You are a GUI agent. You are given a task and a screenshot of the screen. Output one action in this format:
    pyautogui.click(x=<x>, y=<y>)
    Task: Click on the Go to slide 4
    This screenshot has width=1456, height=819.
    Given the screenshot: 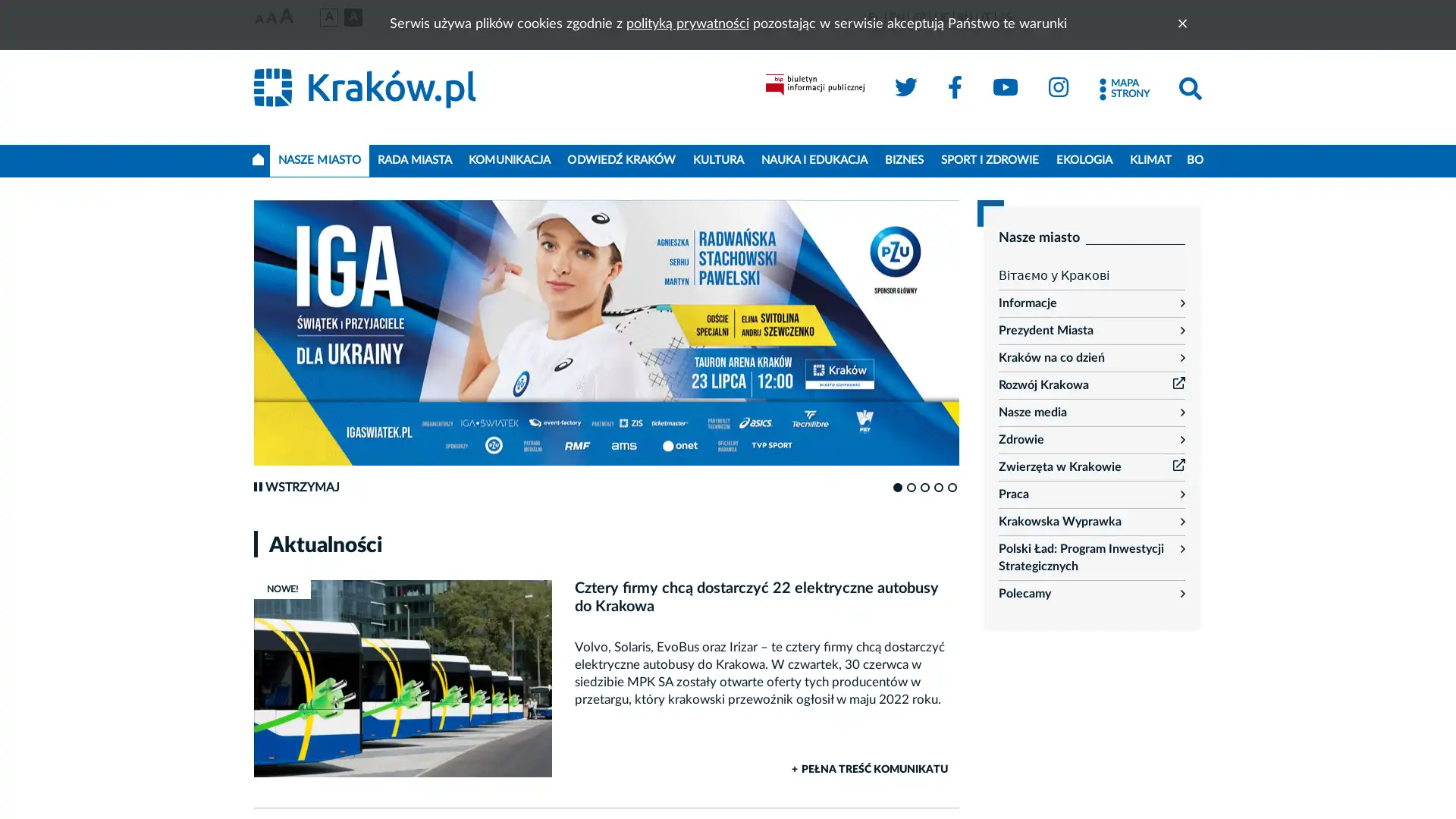 What is the action you would take?
    pyautogui.click(x=938, y=488)
    